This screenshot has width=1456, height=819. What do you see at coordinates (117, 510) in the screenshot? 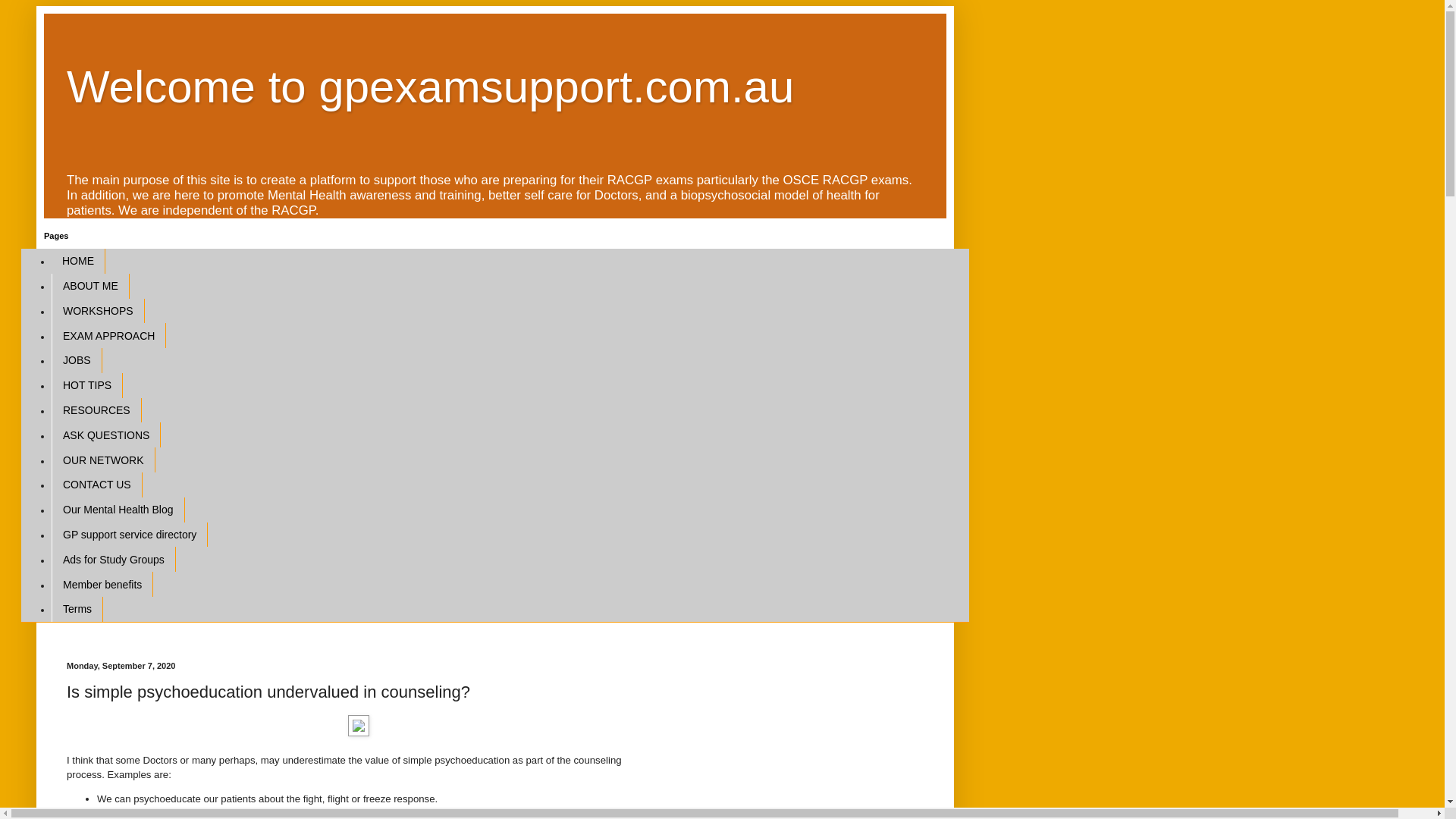
I see `'Our Mental Health Blog'` at bounding box center [117, 510].